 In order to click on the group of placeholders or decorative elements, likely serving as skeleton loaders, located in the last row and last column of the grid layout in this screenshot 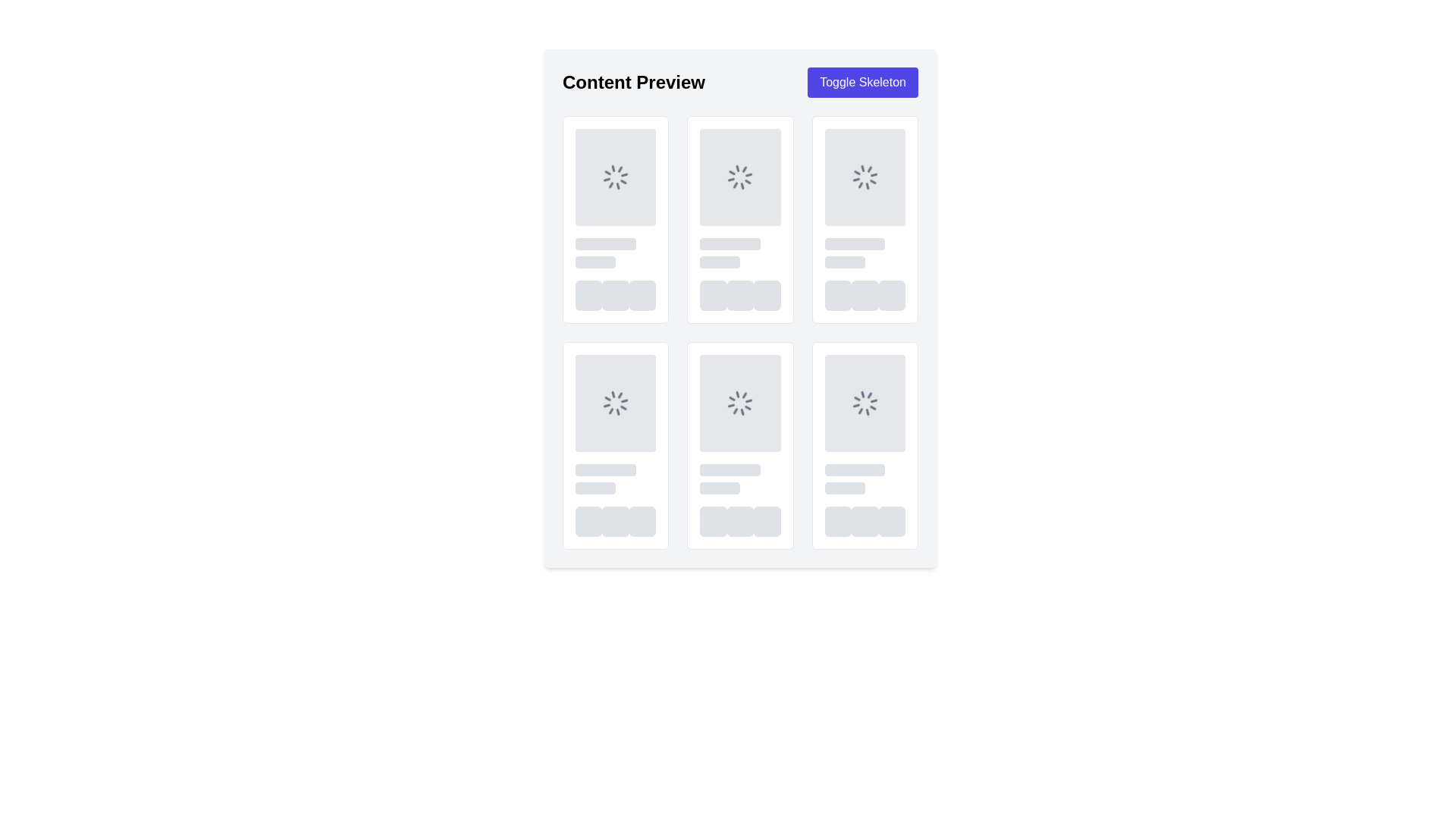, I will do `click(864, 295)`.